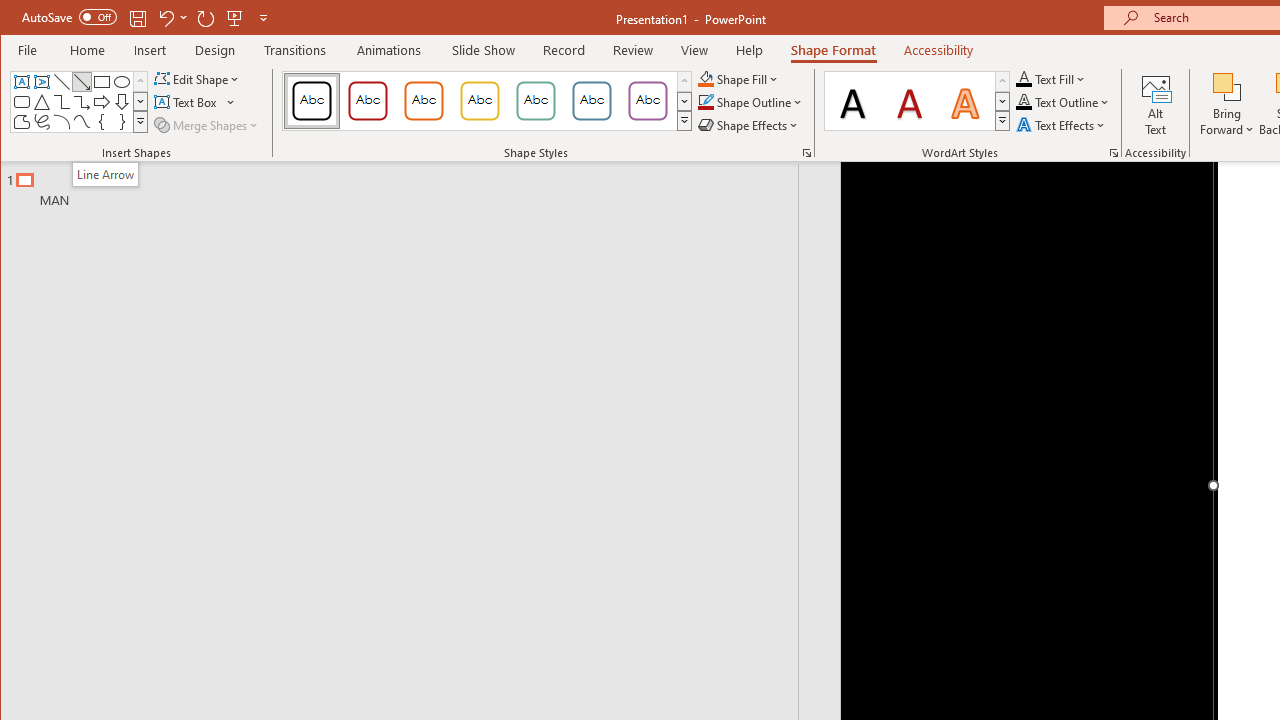 The width and height of the screenshot is (1280, 720). I want to click on 'Merge Shapes', so click(208, 125).